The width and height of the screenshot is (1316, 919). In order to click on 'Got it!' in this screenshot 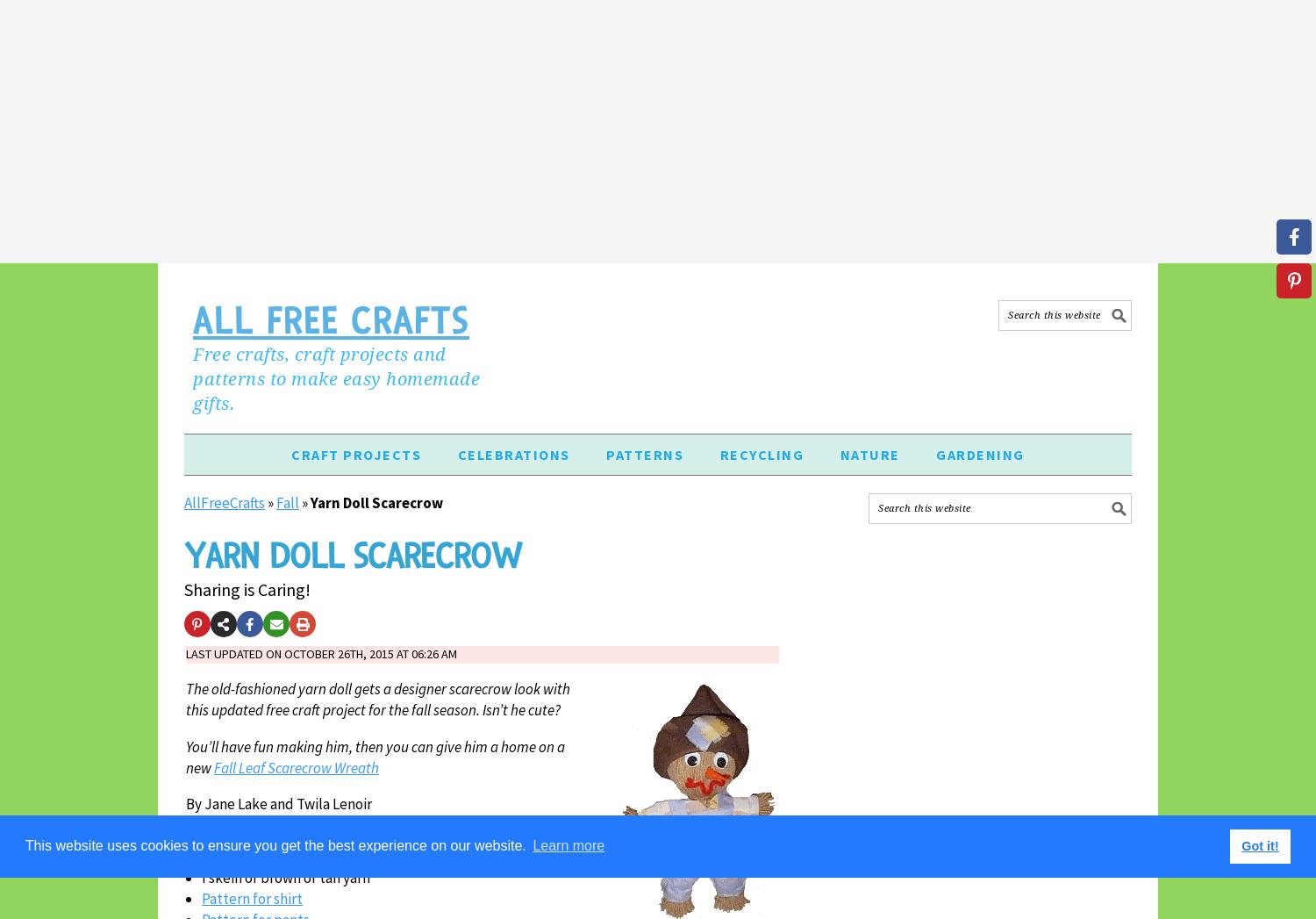, I will do `click(1241, 844)`.